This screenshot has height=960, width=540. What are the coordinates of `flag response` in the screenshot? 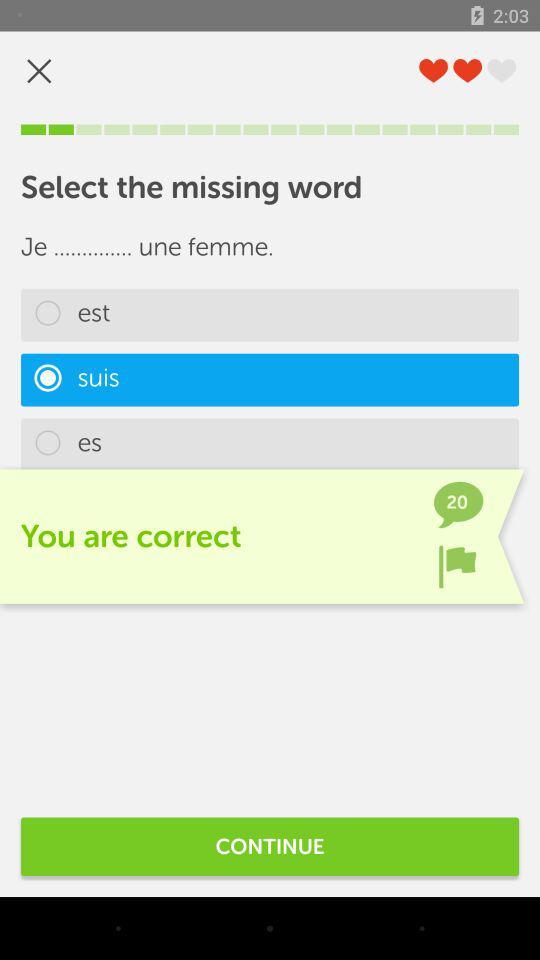 It's located at (457, 566).